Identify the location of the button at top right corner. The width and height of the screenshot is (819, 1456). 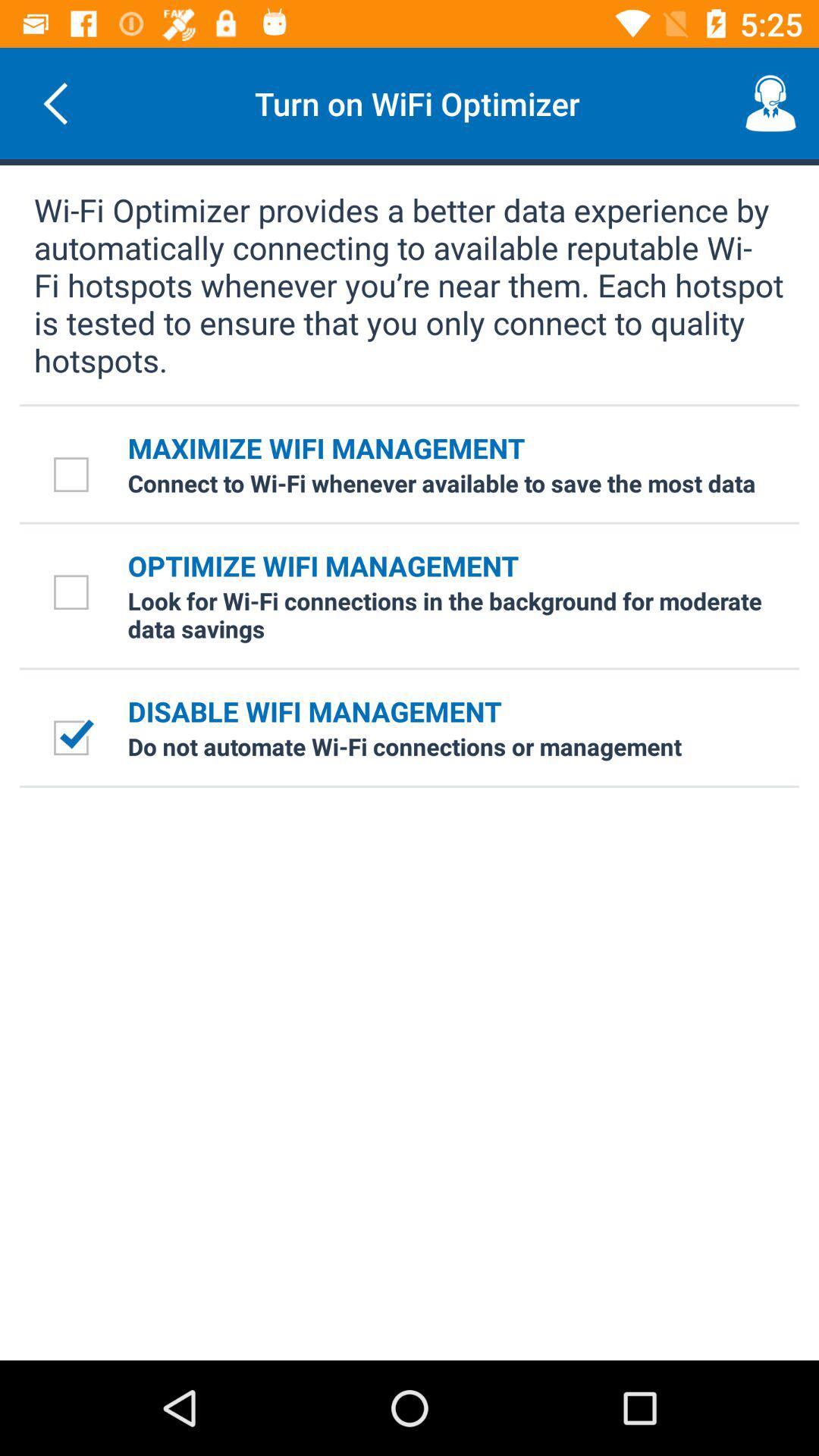
(771, 103).